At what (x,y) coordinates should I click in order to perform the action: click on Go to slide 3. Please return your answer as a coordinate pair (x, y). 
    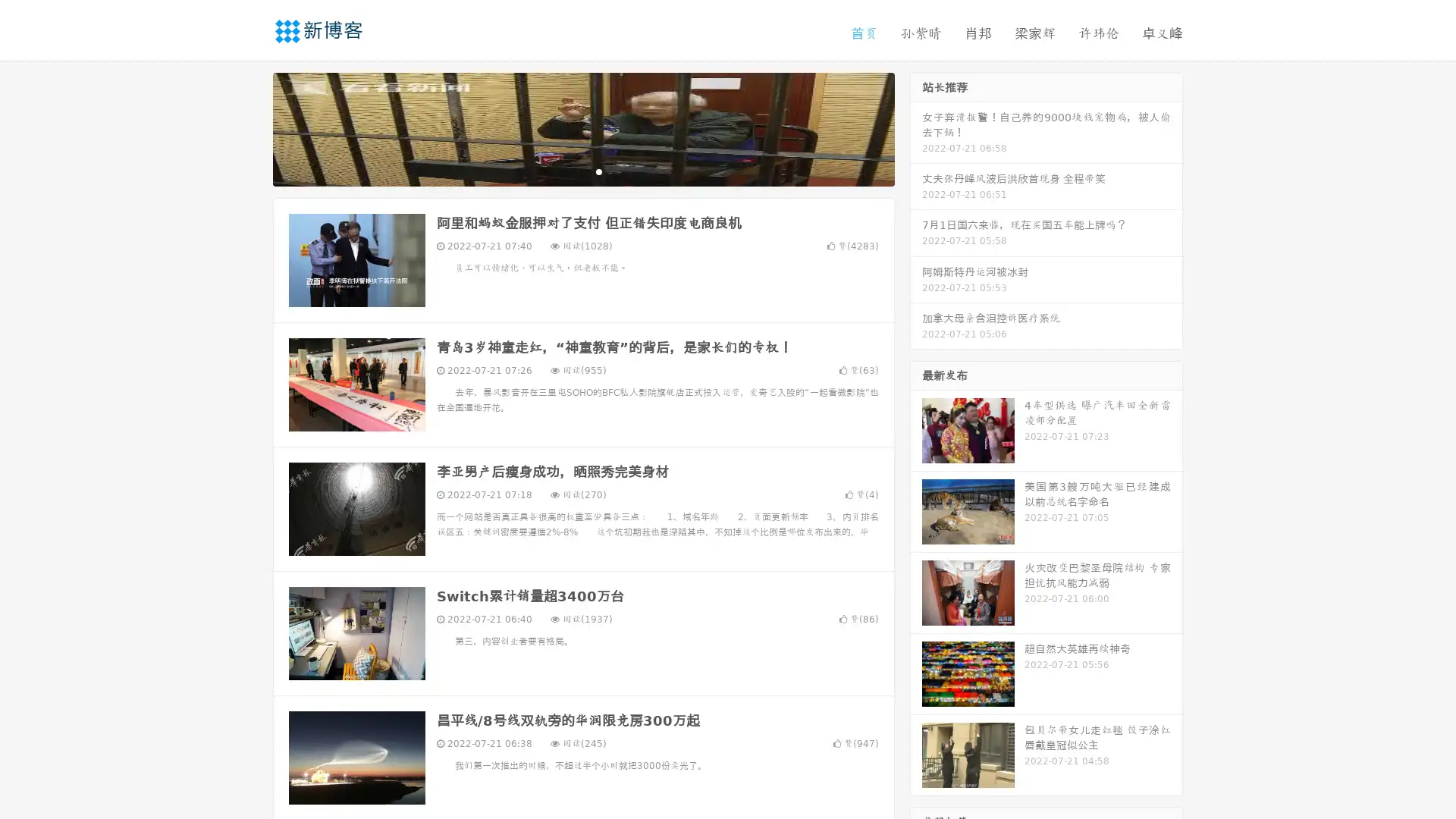
    Looking at the image, I should click on (598, 171).